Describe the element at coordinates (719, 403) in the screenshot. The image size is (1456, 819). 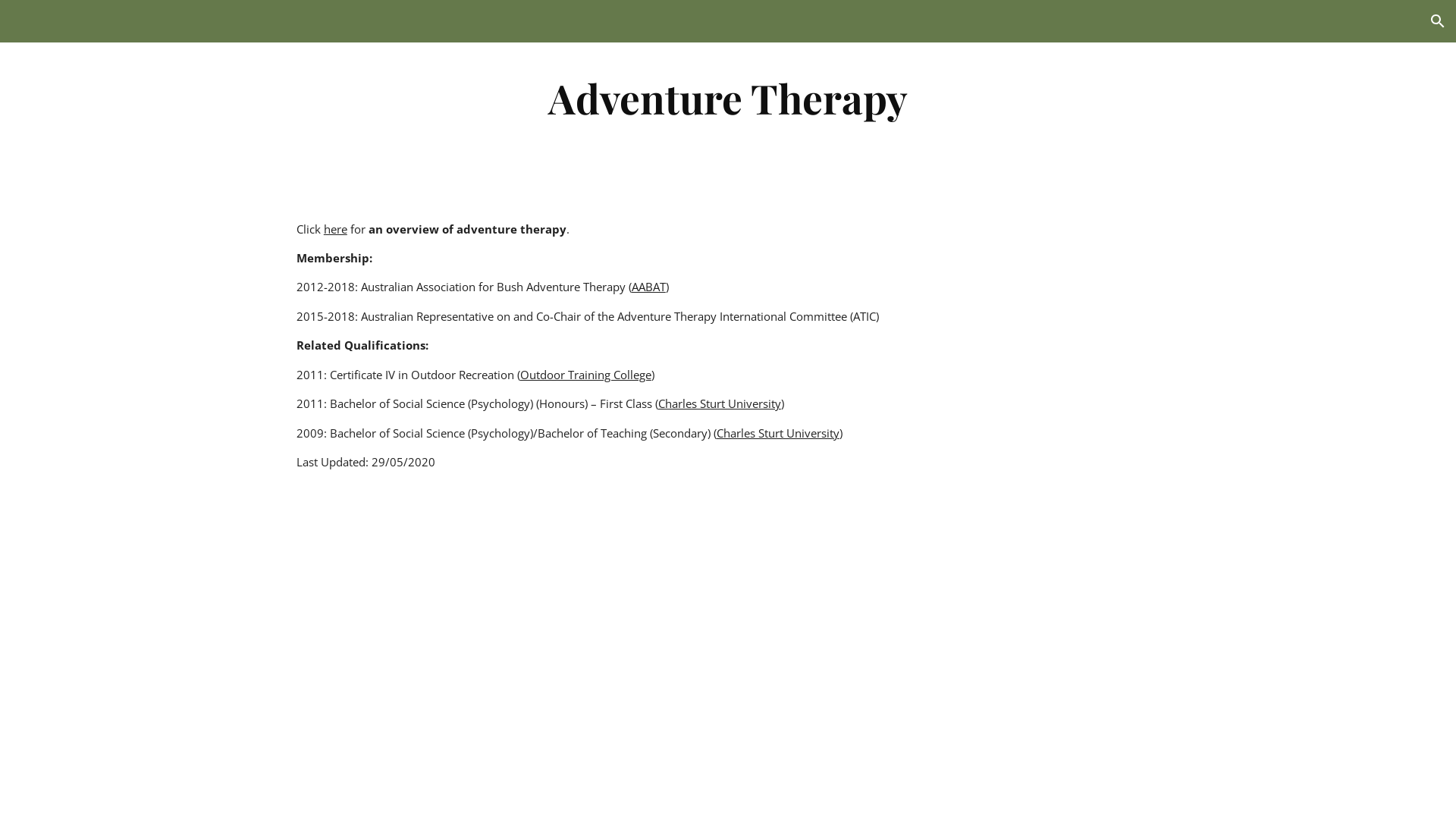
I see `'Charles Sturt University'` at that location.